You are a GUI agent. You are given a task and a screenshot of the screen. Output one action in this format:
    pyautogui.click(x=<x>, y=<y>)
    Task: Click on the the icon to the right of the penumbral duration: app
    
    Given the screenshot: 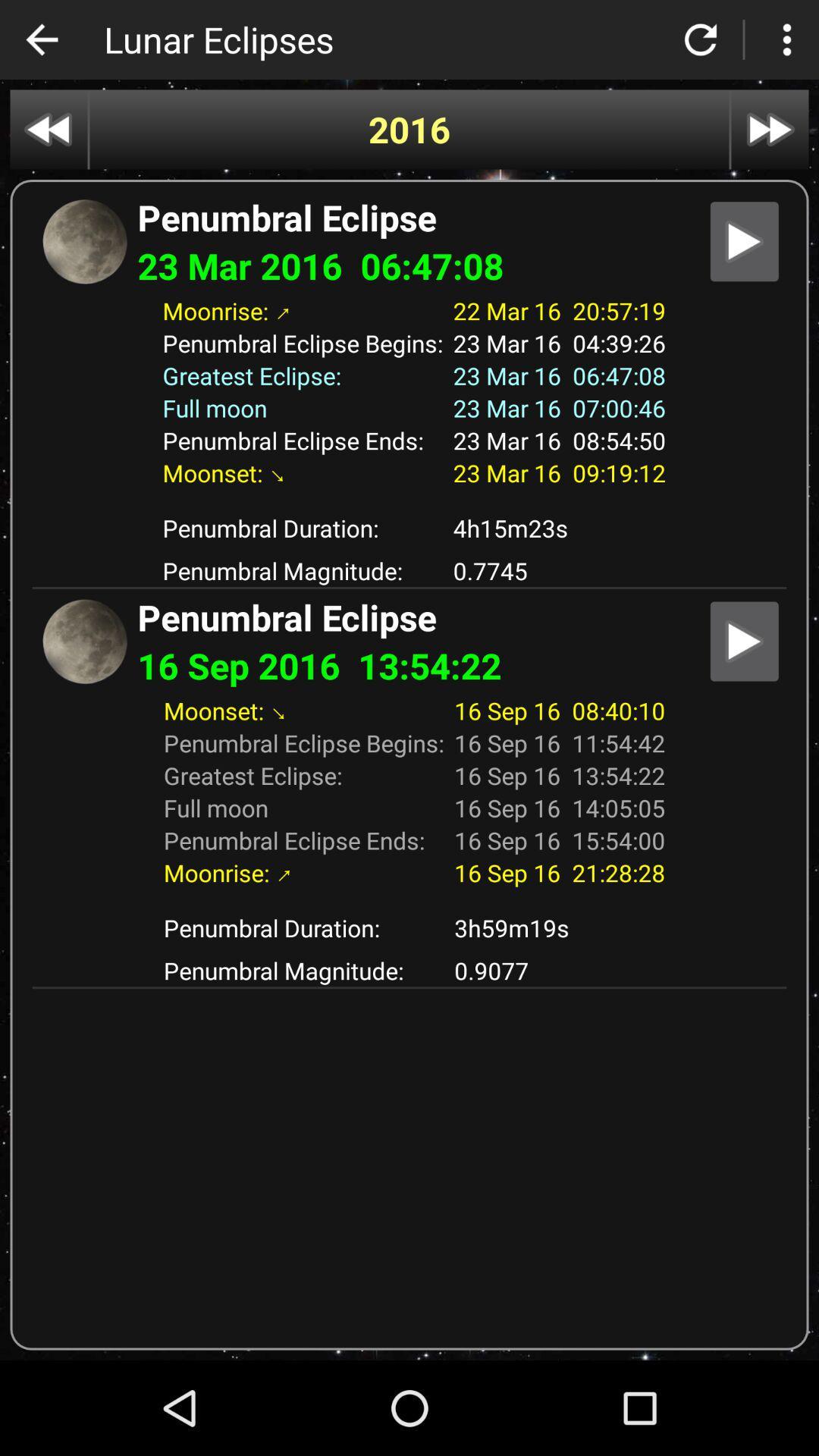 What is the action you would take?
    pyautogui.click(x=559, y=528)
    